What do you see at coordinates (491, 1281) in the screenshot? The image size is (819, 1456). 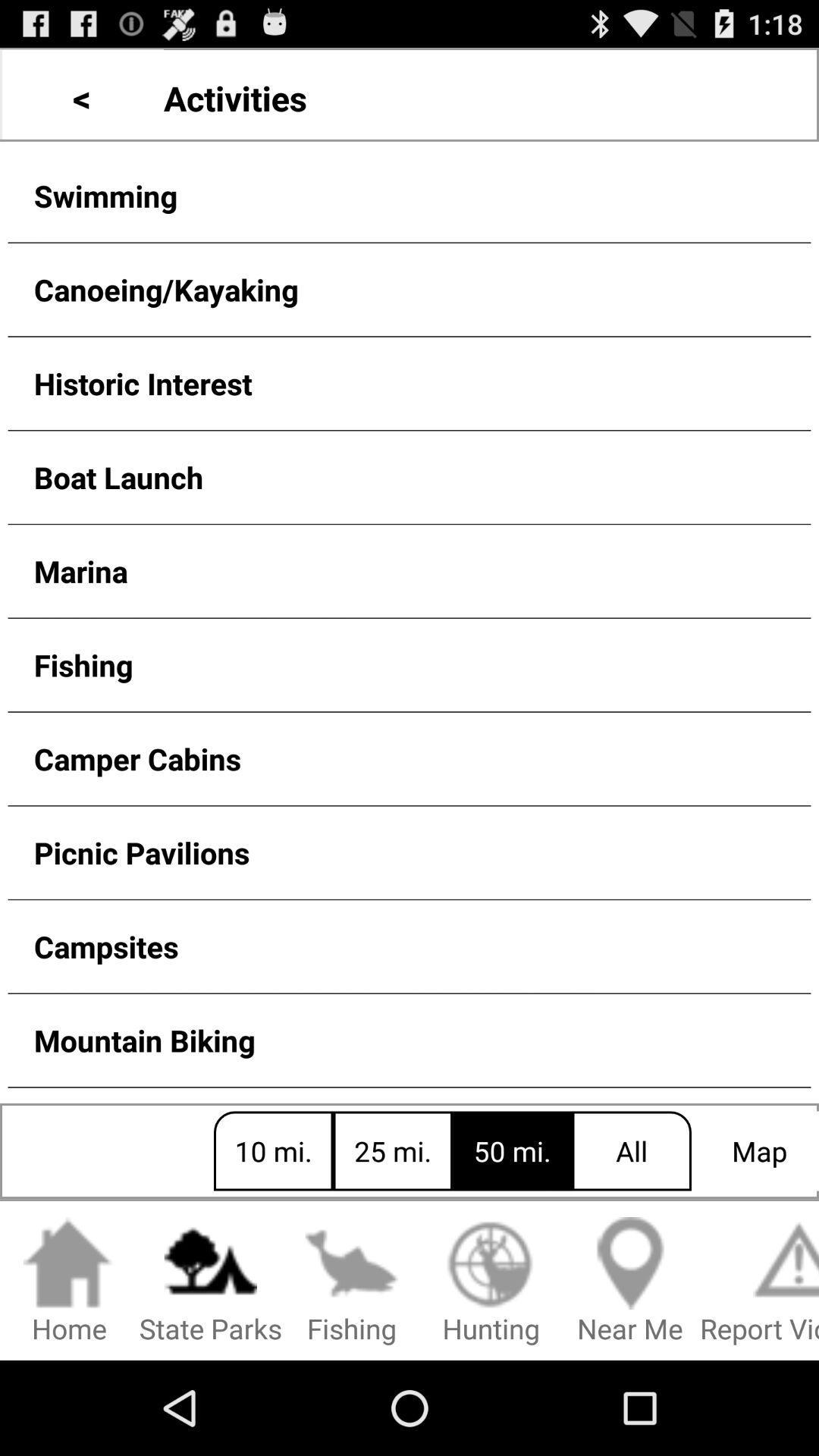 I see `the item next to near me item` at bounding box center [491, 1281].